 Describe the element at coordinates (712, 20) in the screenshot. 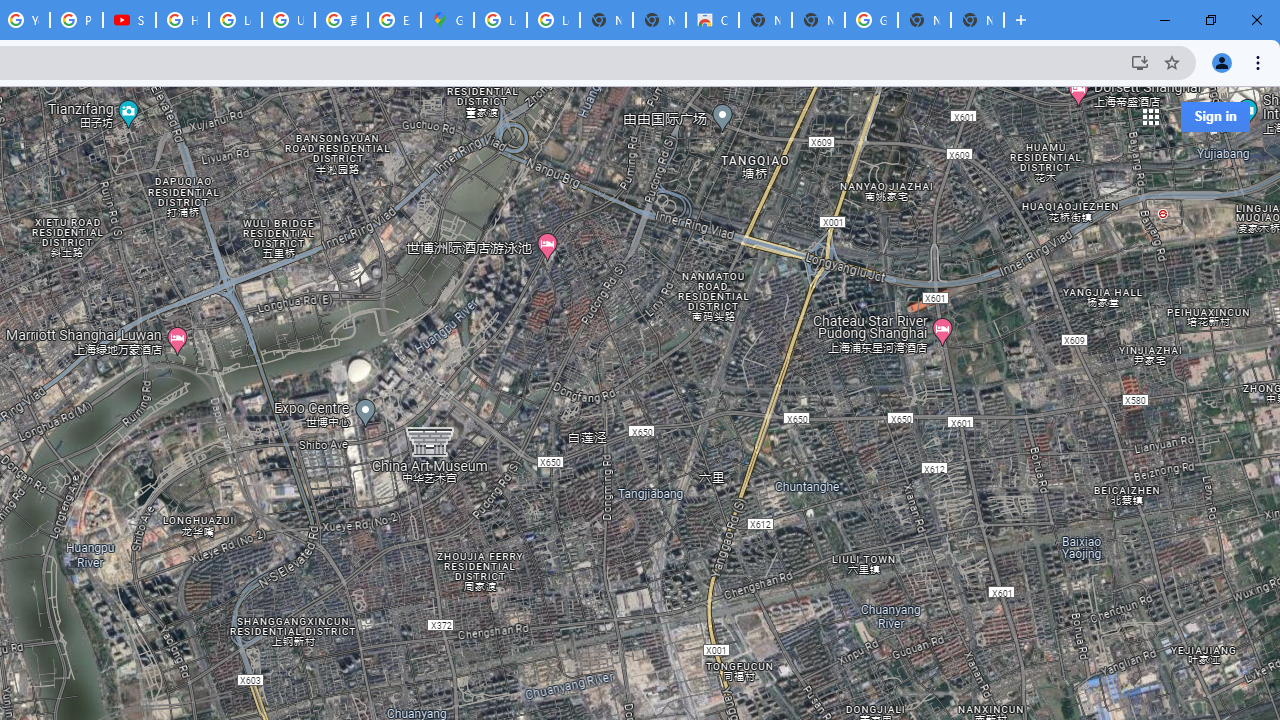

I see `'Chrome Web Store'` at that location.